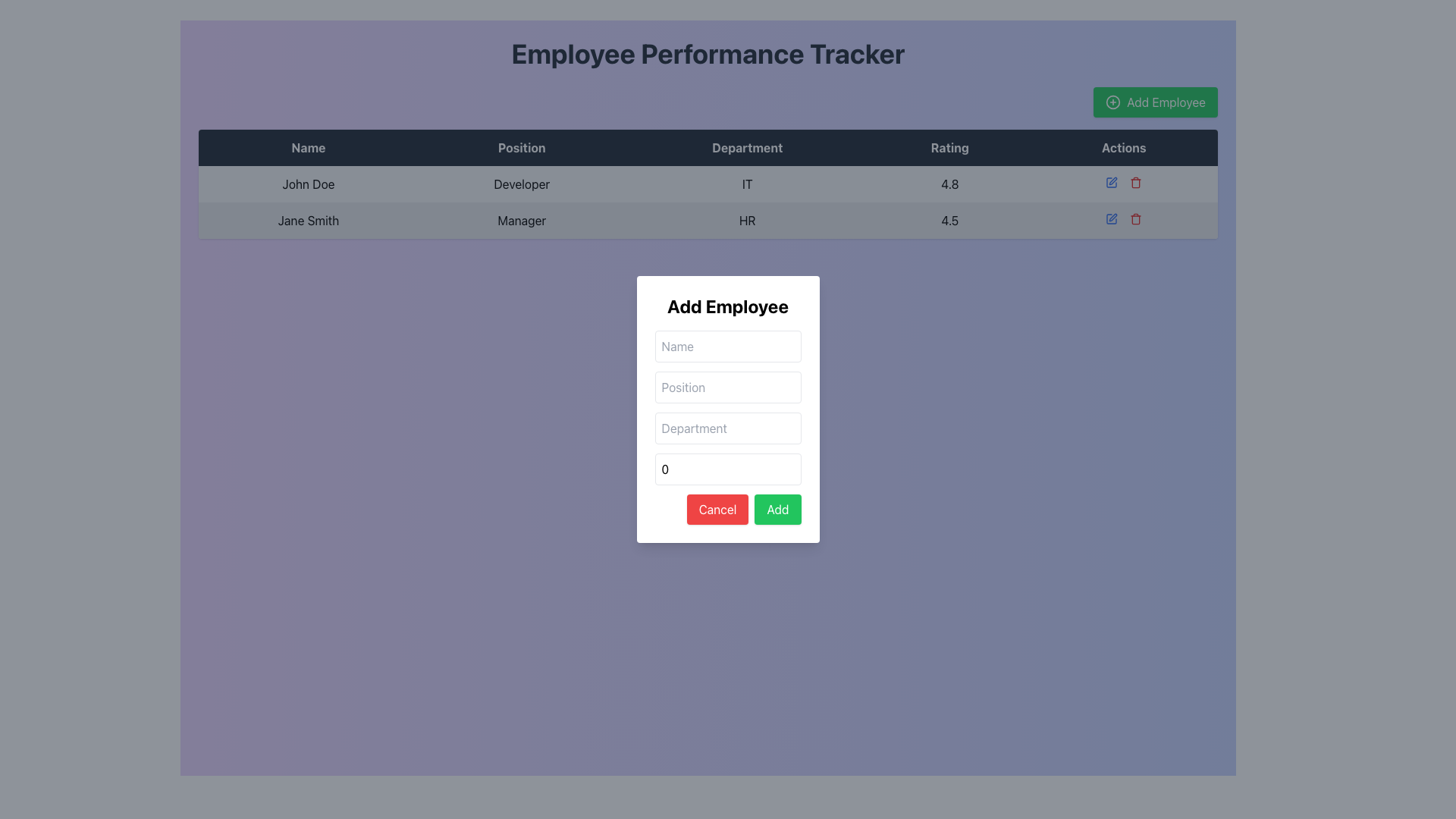 The image size is (1456, 819). Describe the element at coordinates (308, 220) in the screenshot. I see `the static text label displaying 'Jane Smith' located in the second row under the 'Name' column of the table` at that location.